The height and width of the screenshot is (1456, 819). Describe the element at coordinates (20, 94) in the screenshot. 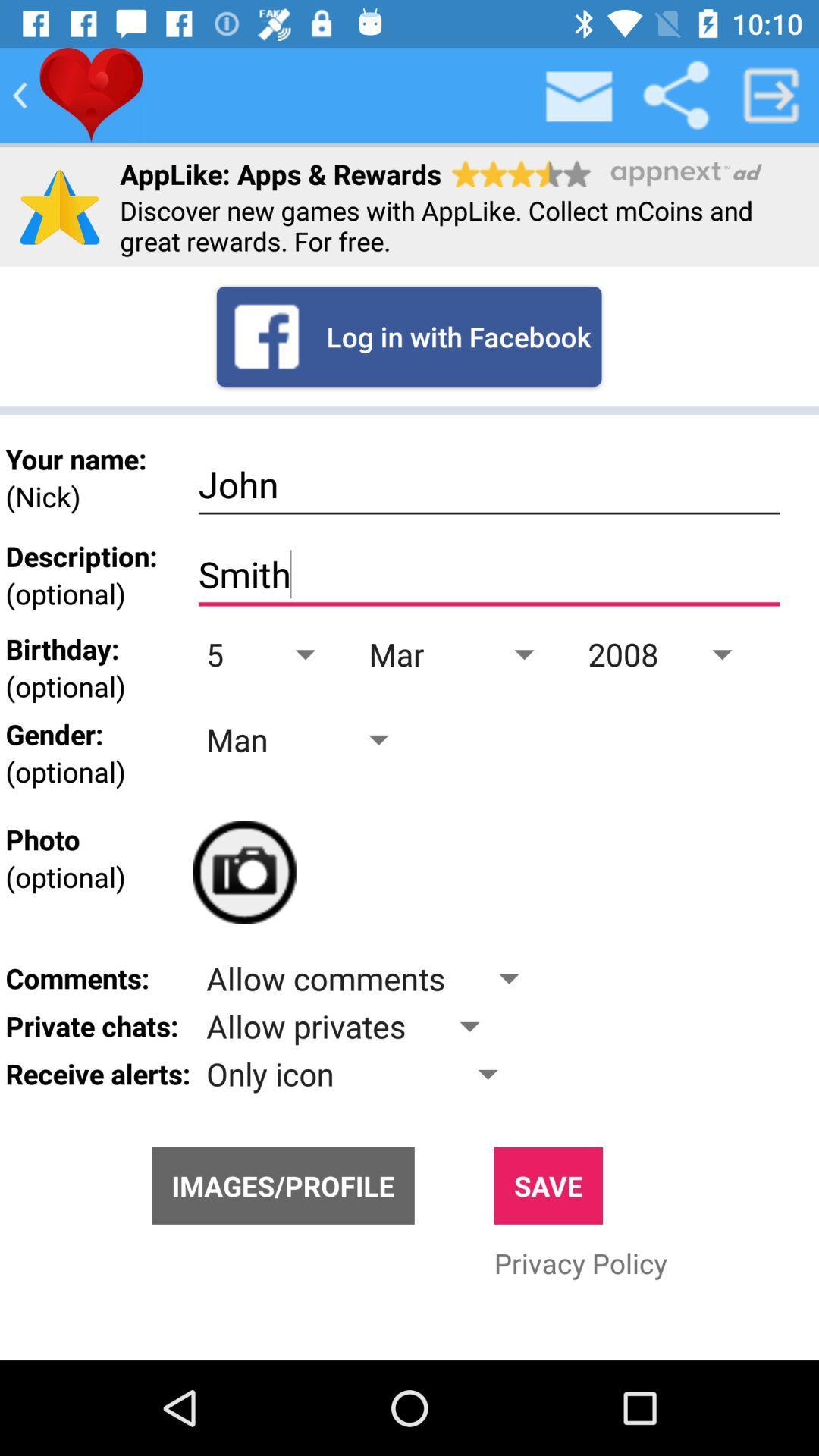

I see `go back` at that location.